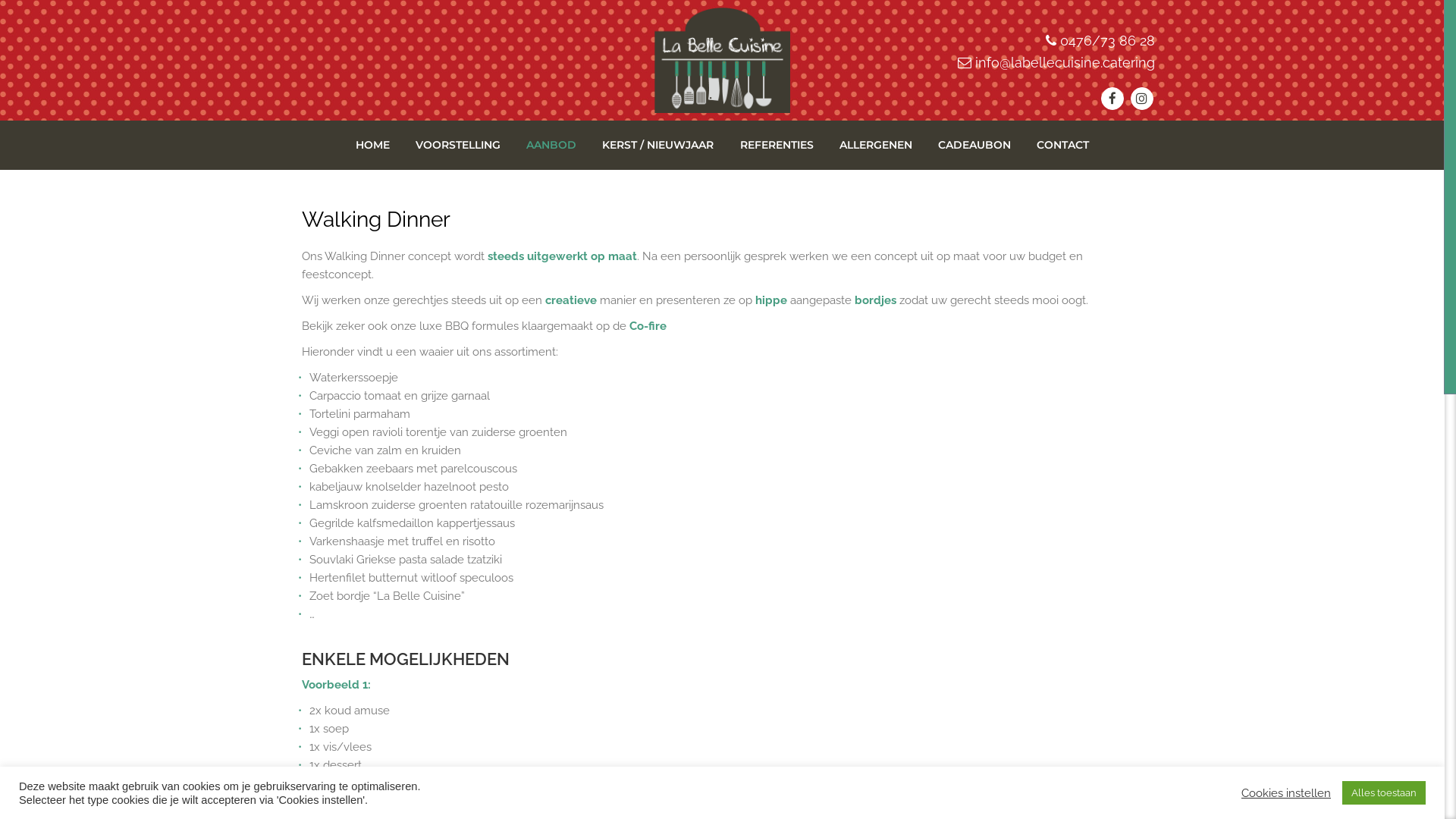 The image size is (1456, 819). I want to click on 'CONTACT', so click(1062, 145).